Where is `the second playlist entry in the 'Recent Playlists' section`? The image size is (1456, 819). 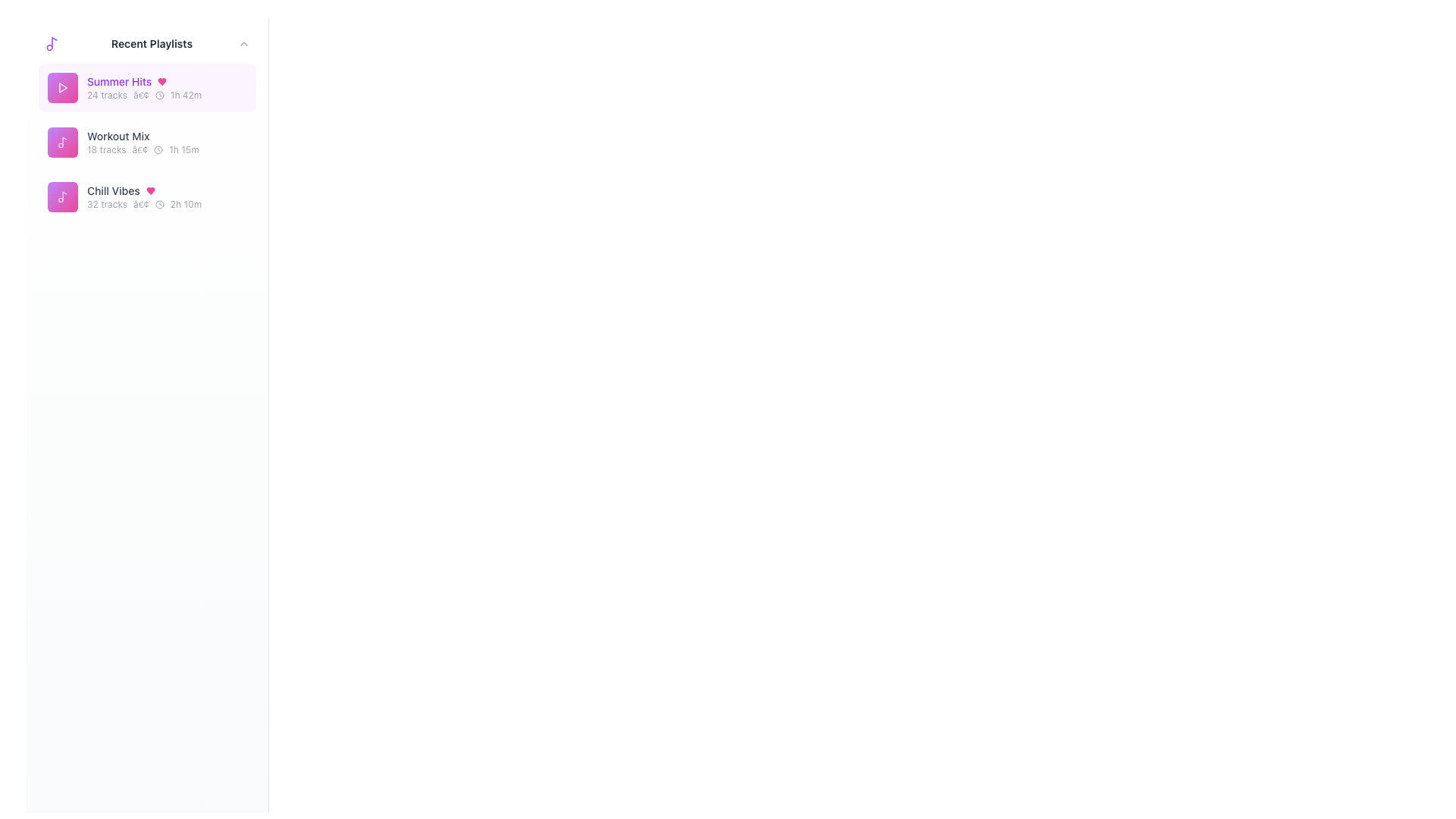 the second playlist entry in the 'Recent Playlists' section is located at coordinates (147, 143).